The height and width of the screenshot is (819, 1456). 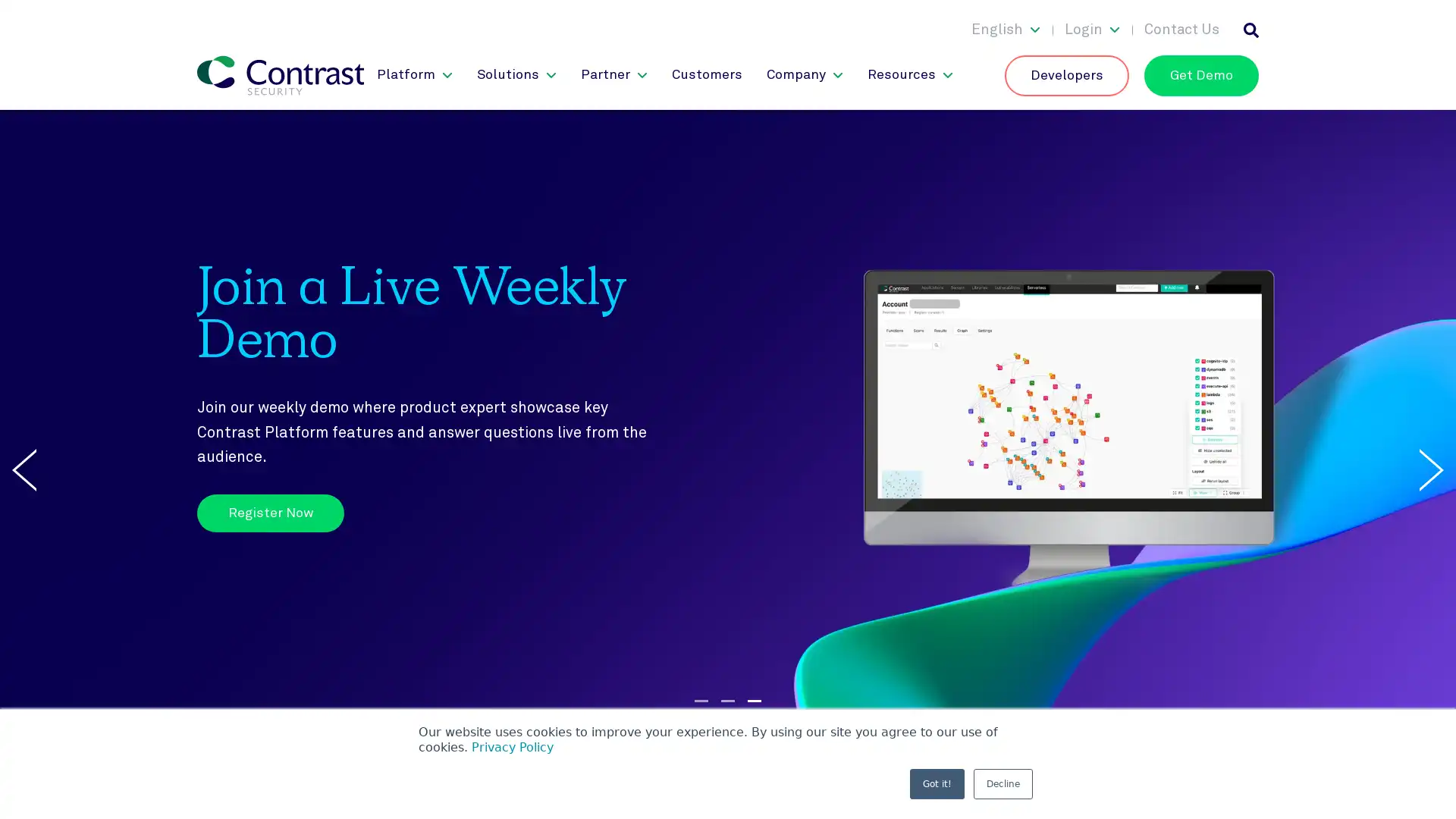 What do you see at coordinates (1429, 20) in the screenshot?
I see `Close` at bounding box center [1429, 20].